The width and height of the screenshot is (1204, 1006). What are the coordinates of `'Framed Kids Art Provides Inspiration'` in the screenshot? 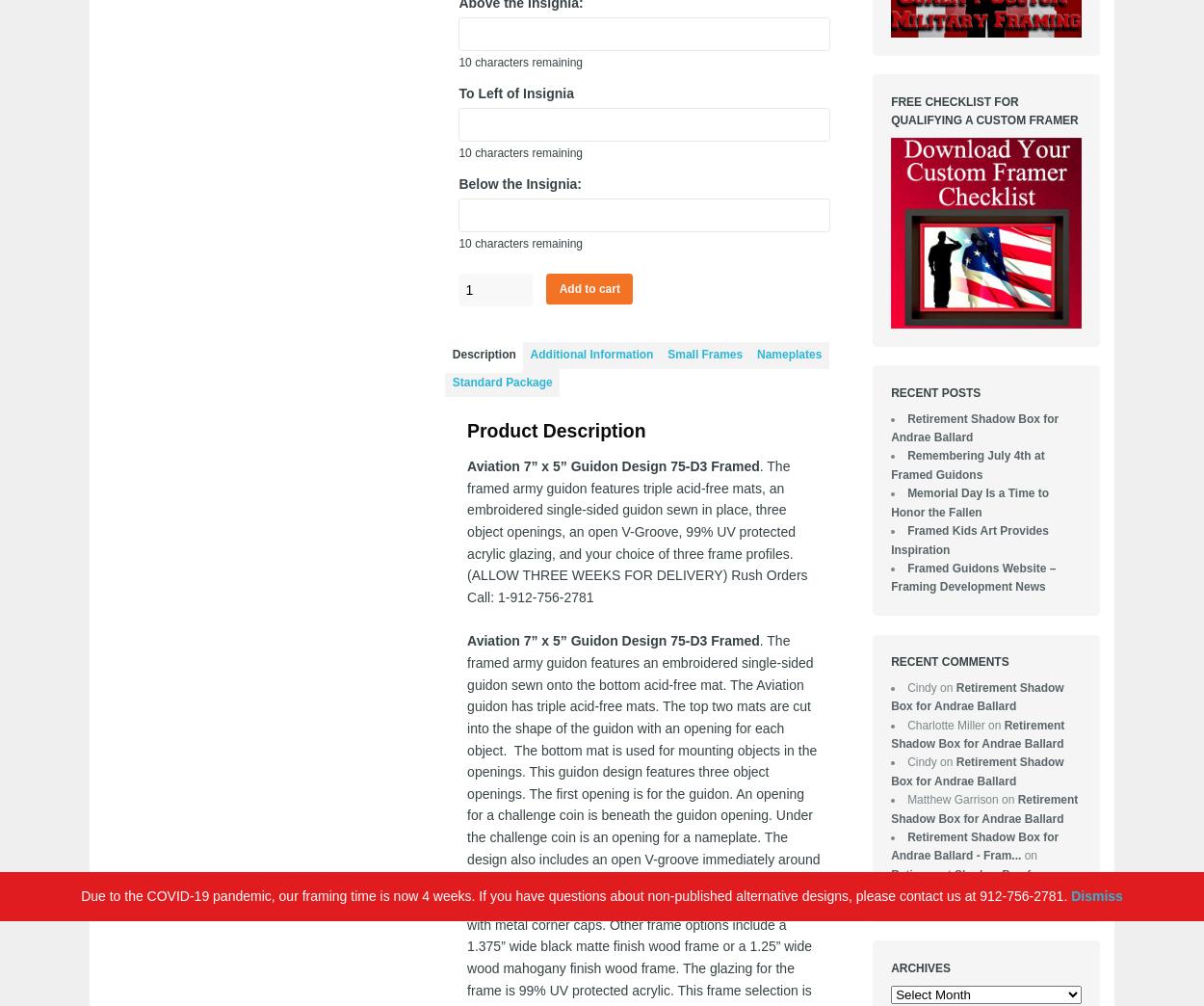 It's located at (969, 539).